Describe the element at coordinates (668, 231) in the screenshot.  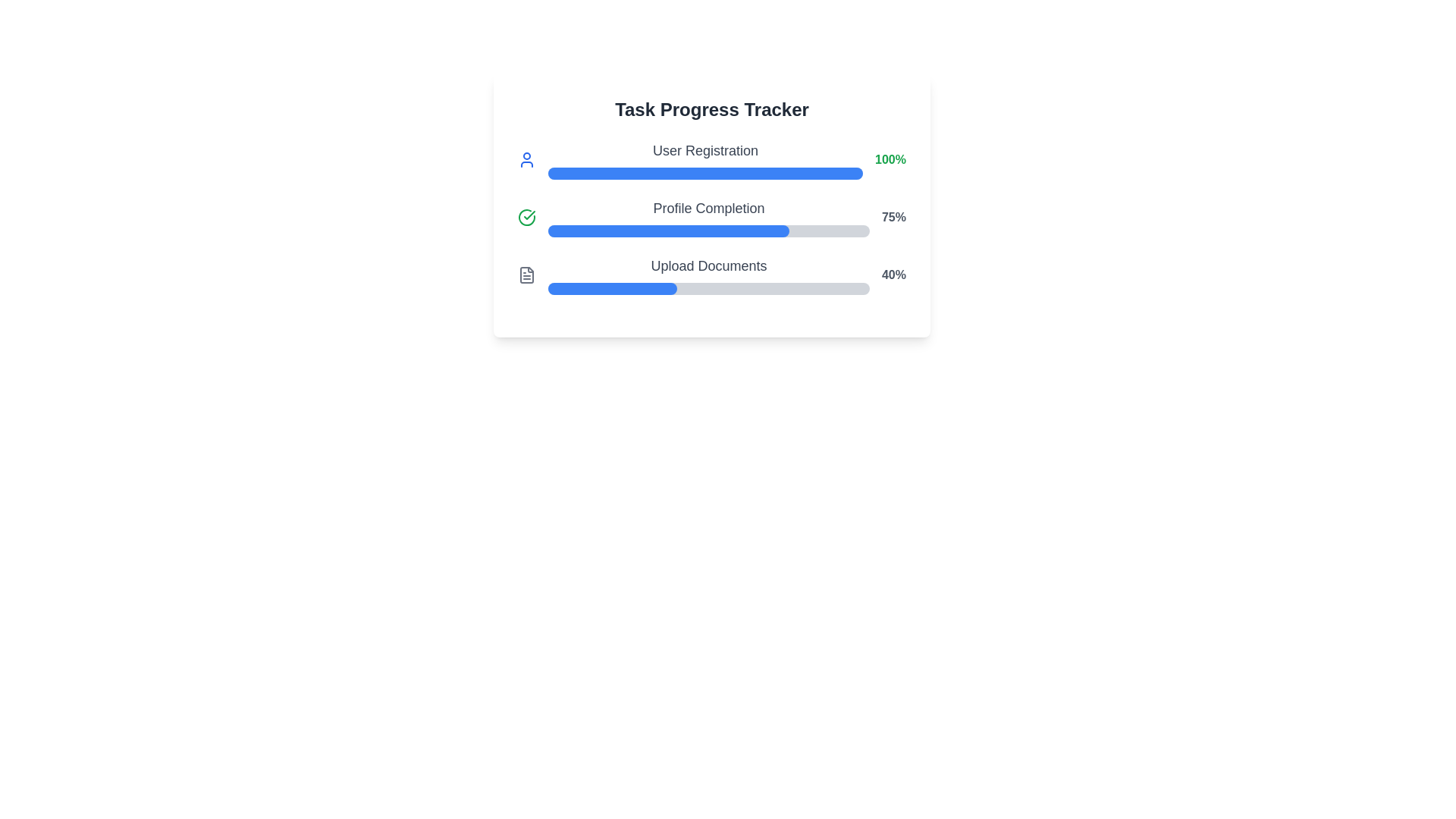
I see `the Progress Bar indicating 75% completion of the 'Profile Completion' task in the task tracker interface` at that location.